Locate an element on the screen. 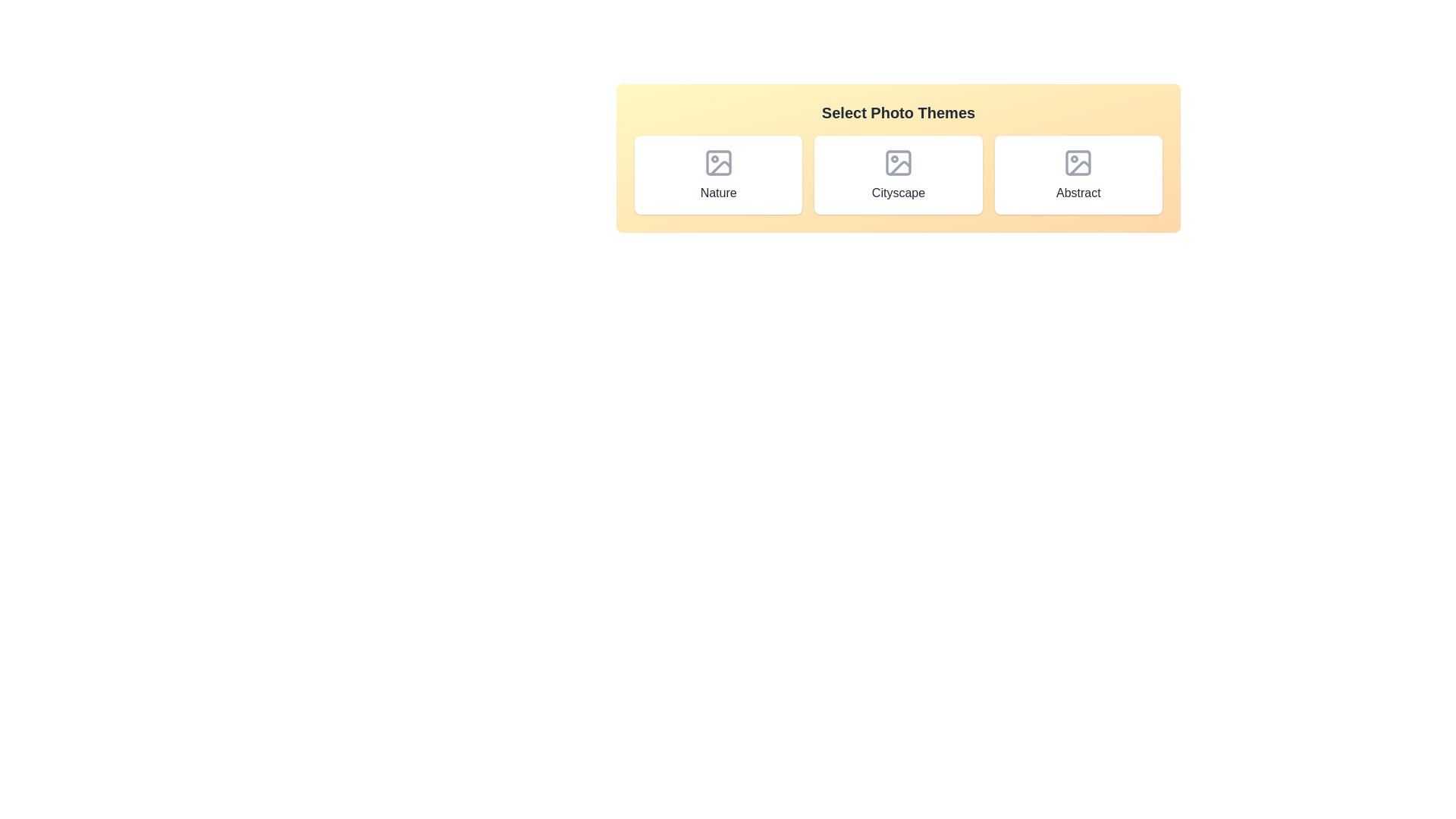 The image size is (1456, 819). the Cityscape photo theme chip is located at coordinates (899, 174).